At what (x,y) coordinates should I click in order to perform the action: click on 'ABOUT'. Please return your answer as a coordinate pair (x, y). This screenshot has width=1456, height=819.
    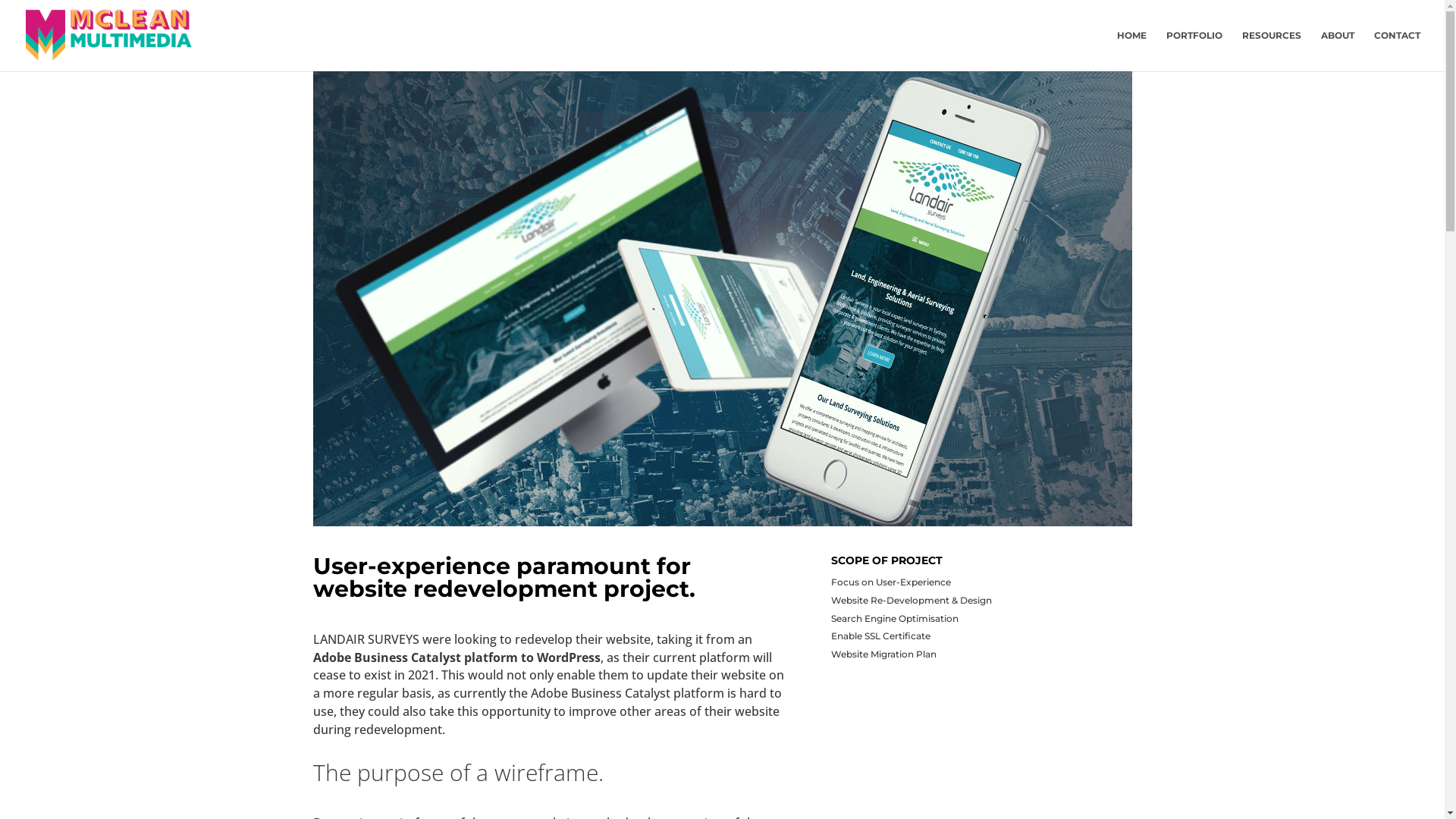
    Looking at the image, I should click on (1337, 49).